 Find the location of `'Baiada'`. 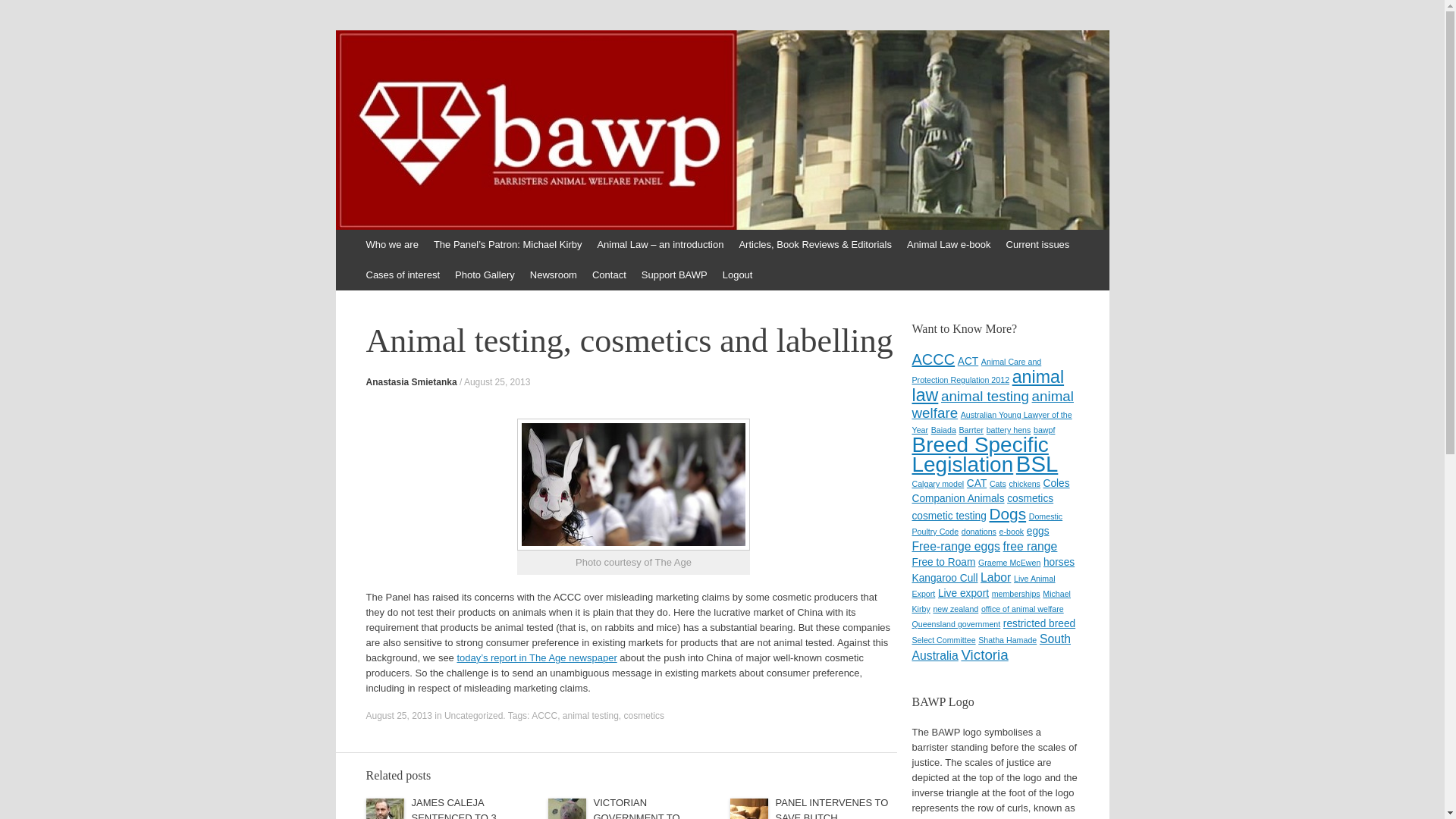

'Baiada' is located at coordinates (930, 430).